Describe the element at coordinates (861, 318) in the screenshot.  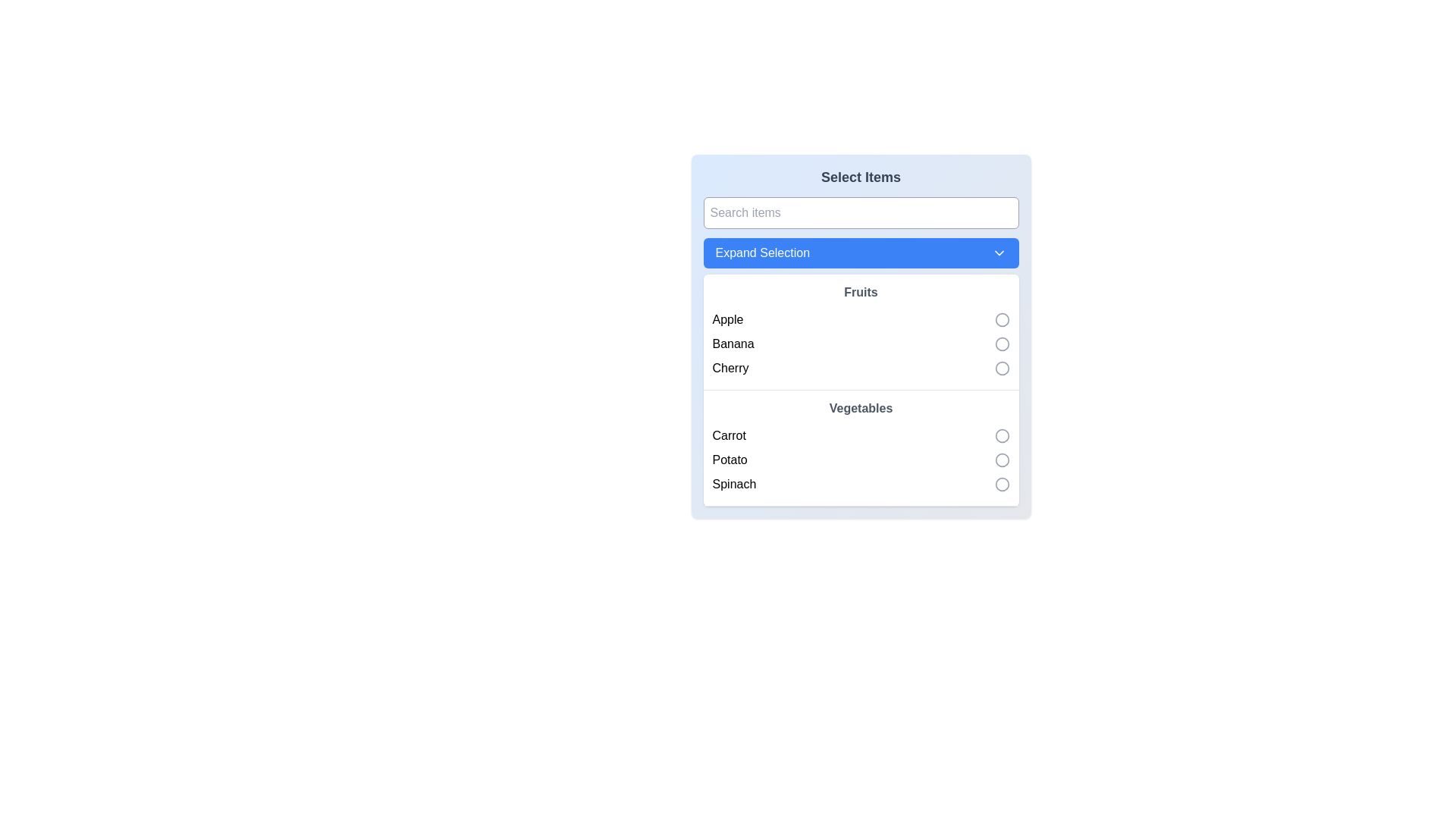
I see `the radio button labeled 'Apple' in the 'Fruits' group` at that location.